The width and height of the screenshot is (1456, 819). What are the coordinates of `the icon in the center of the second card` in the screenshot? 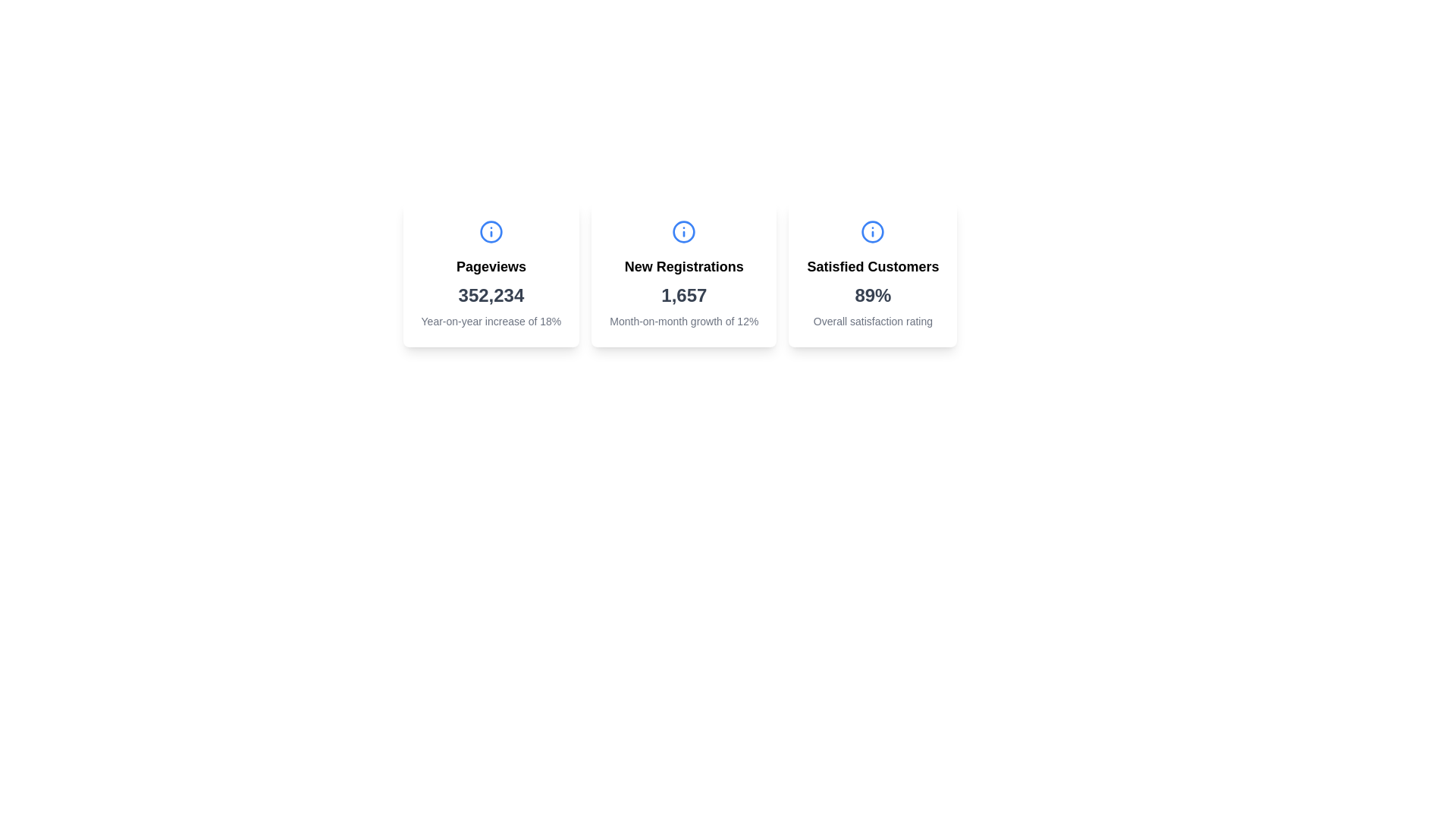 It's located at (873, 231).